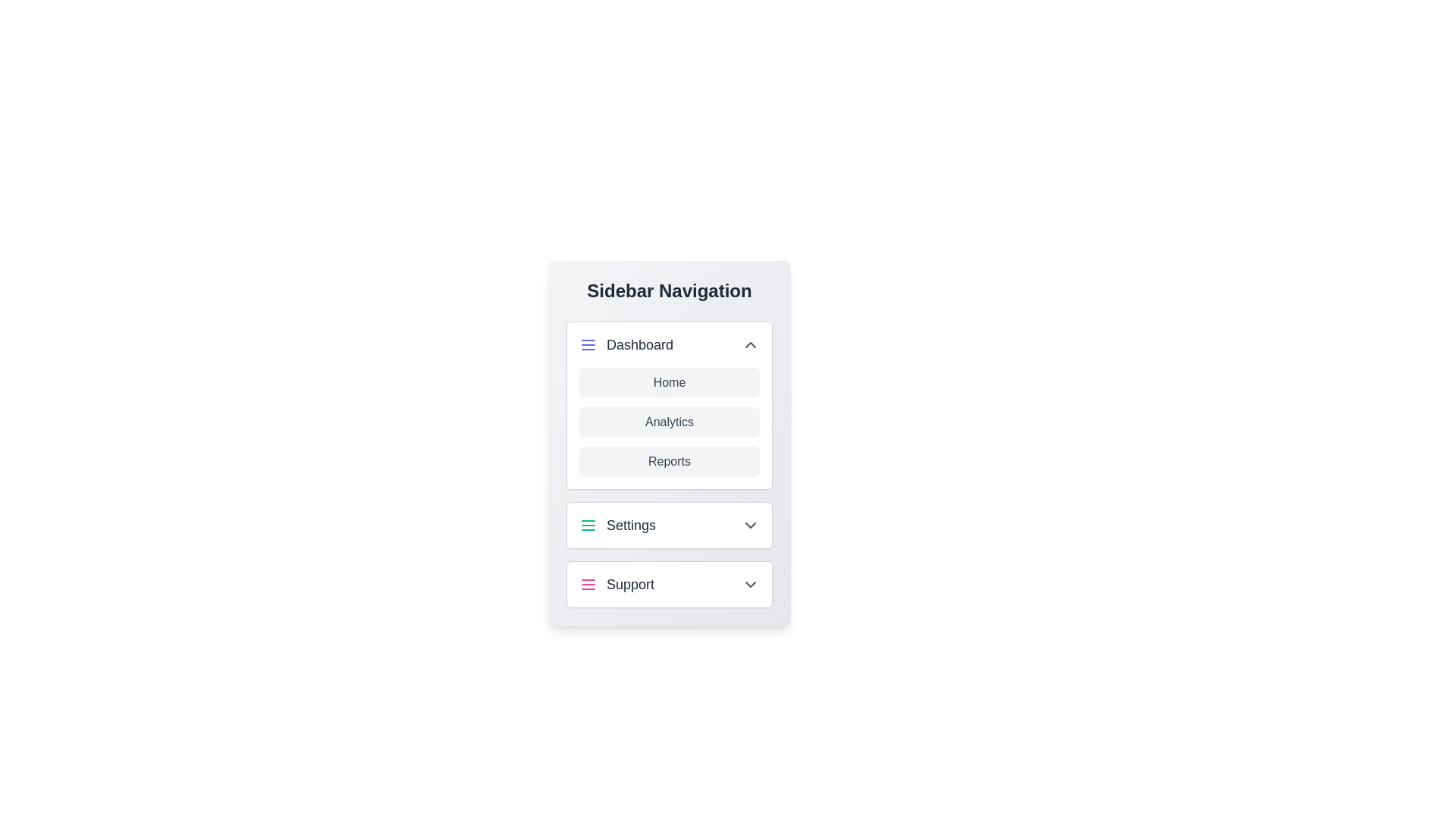  What do you see at coordinates (669, 584) in the screenshot?
I see `the 'Support' navigation menu item in the sidebar` at bounding box center [669, 584].